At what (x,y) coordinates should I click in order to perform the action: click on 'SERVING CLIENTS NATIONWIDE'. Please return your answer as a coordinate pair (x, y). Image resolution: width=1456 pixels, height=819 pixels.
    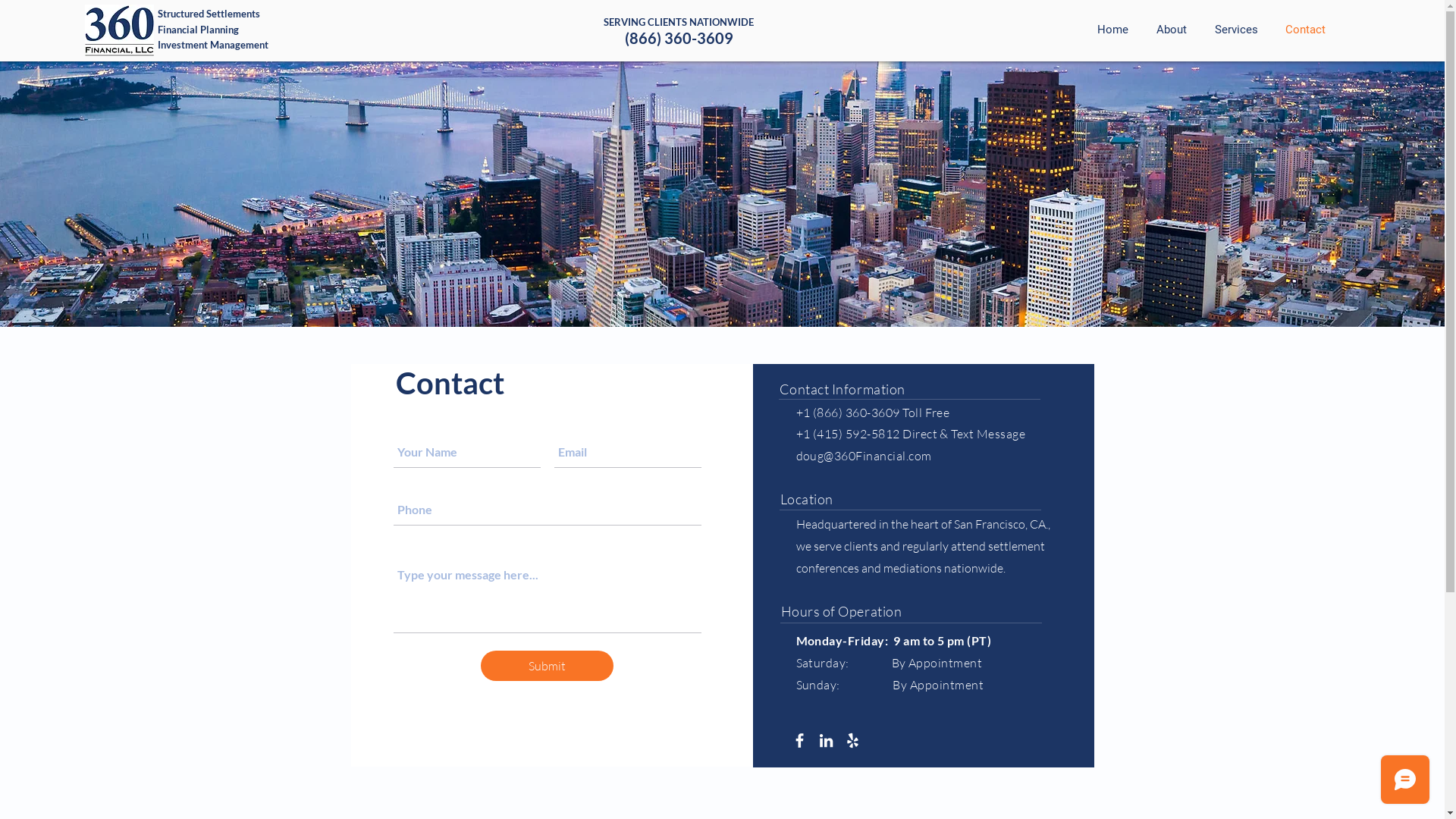
    Looking at the image, I should click on (677, 22).